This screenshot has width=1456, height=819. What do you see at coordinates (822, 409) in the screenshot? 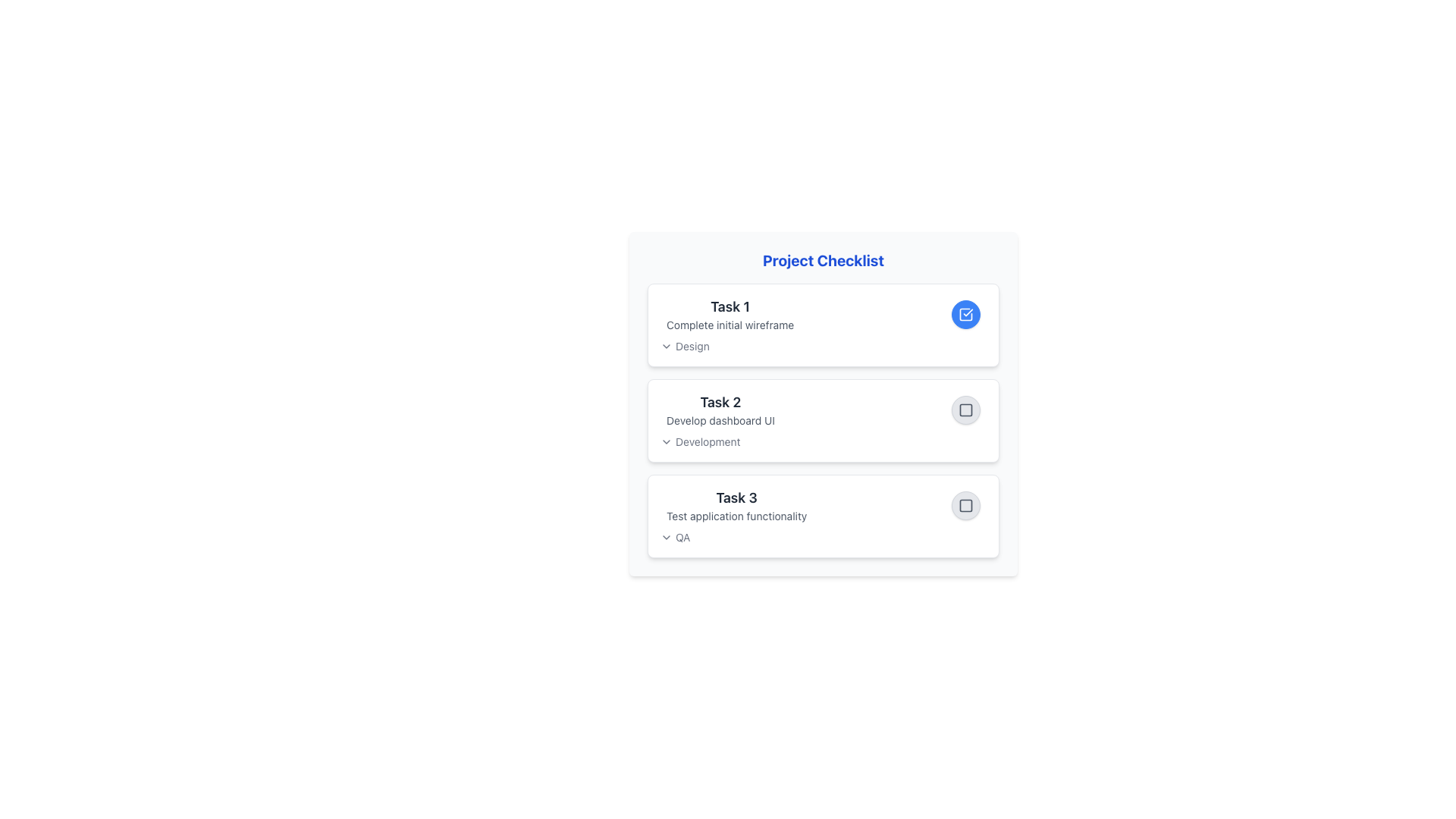
I see `the second task section titled 'Task 2' which has a subtitle 'Develop dashboard UI' and a checkbox` at bounding box center [822, 409].